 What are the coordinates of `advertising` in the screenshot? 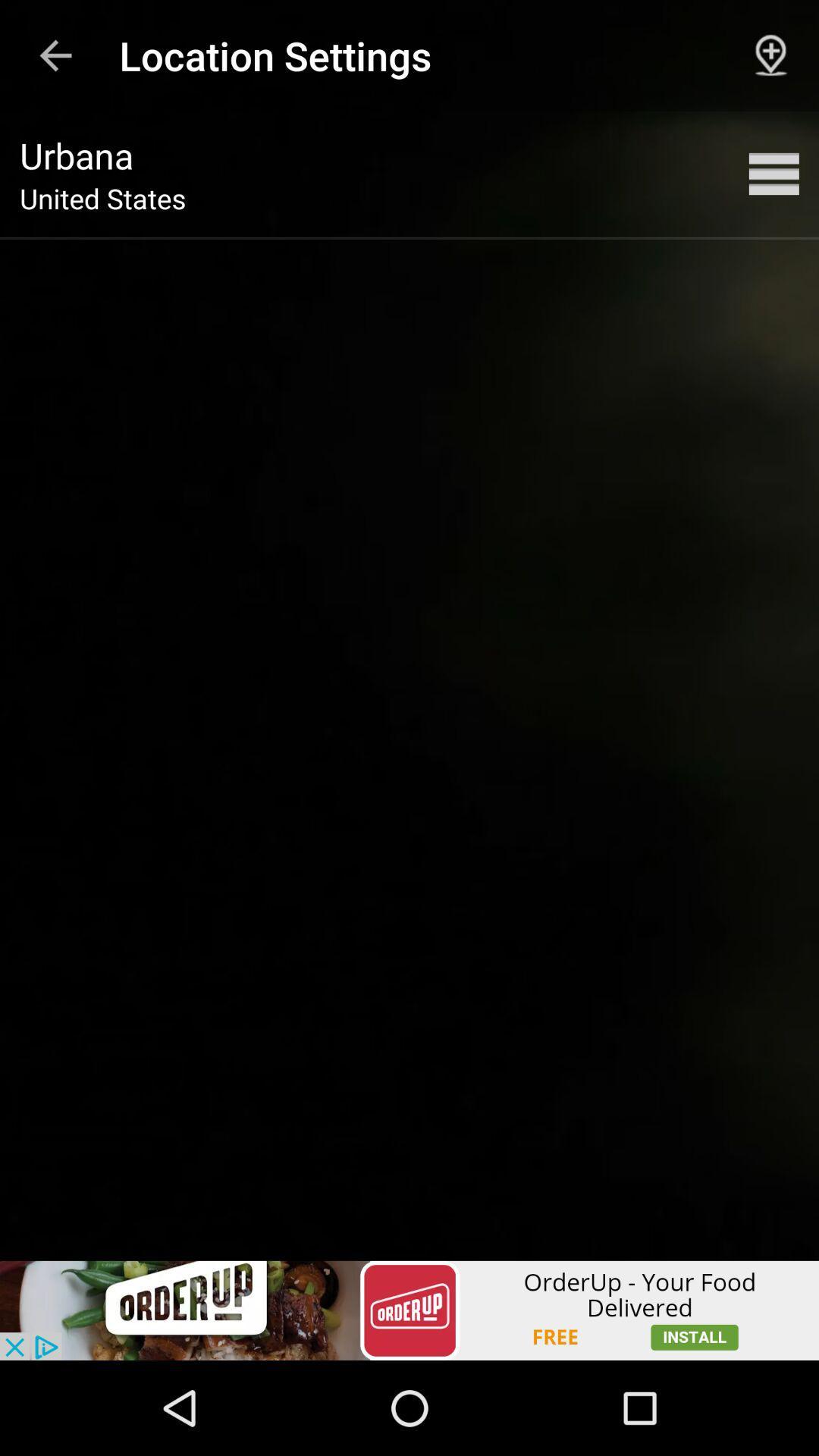 It's located at (409, 1310).